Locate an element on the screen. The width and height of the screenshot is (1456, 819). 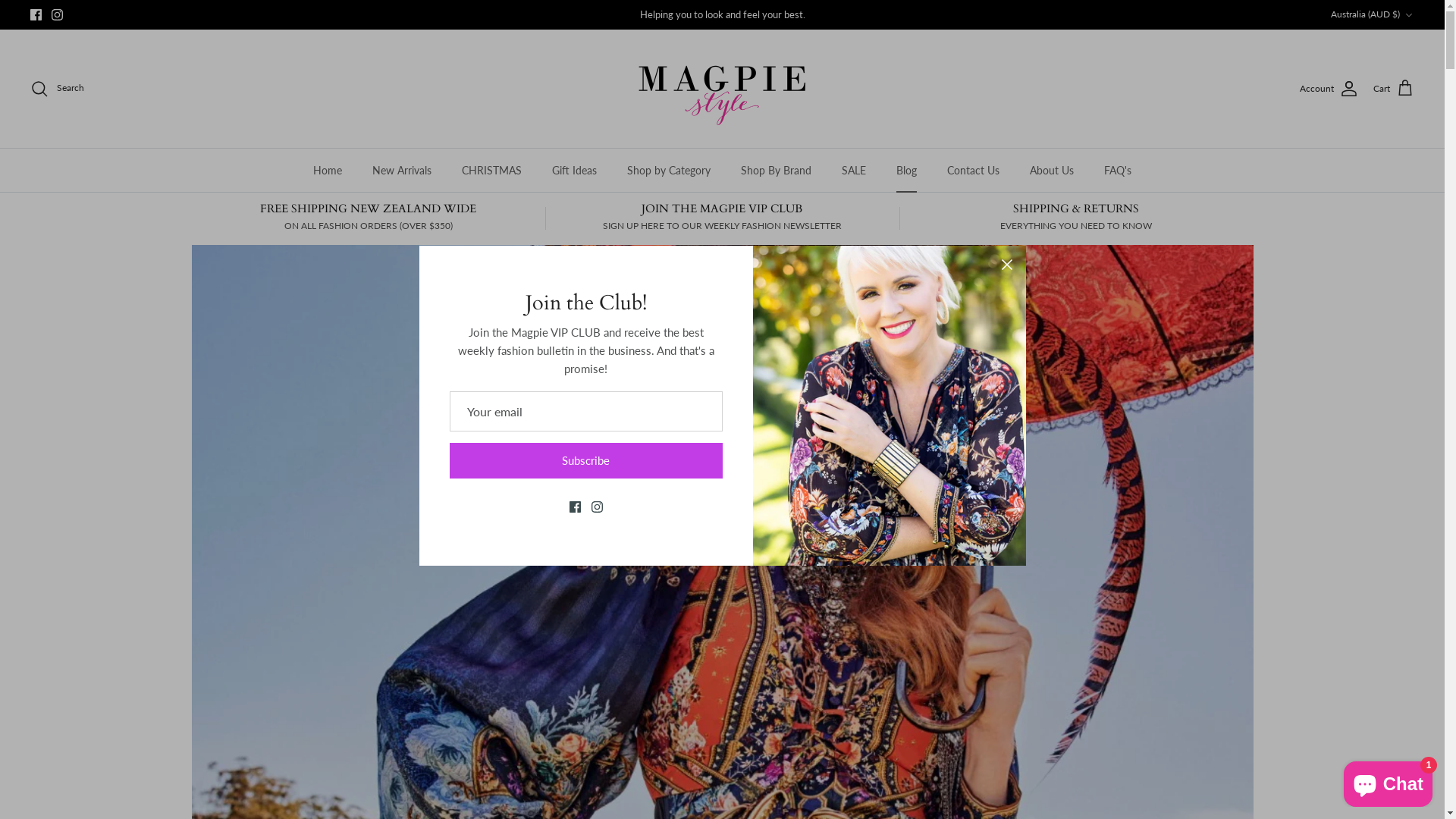
'Shop by Category' is located at coordinates (613, 170).